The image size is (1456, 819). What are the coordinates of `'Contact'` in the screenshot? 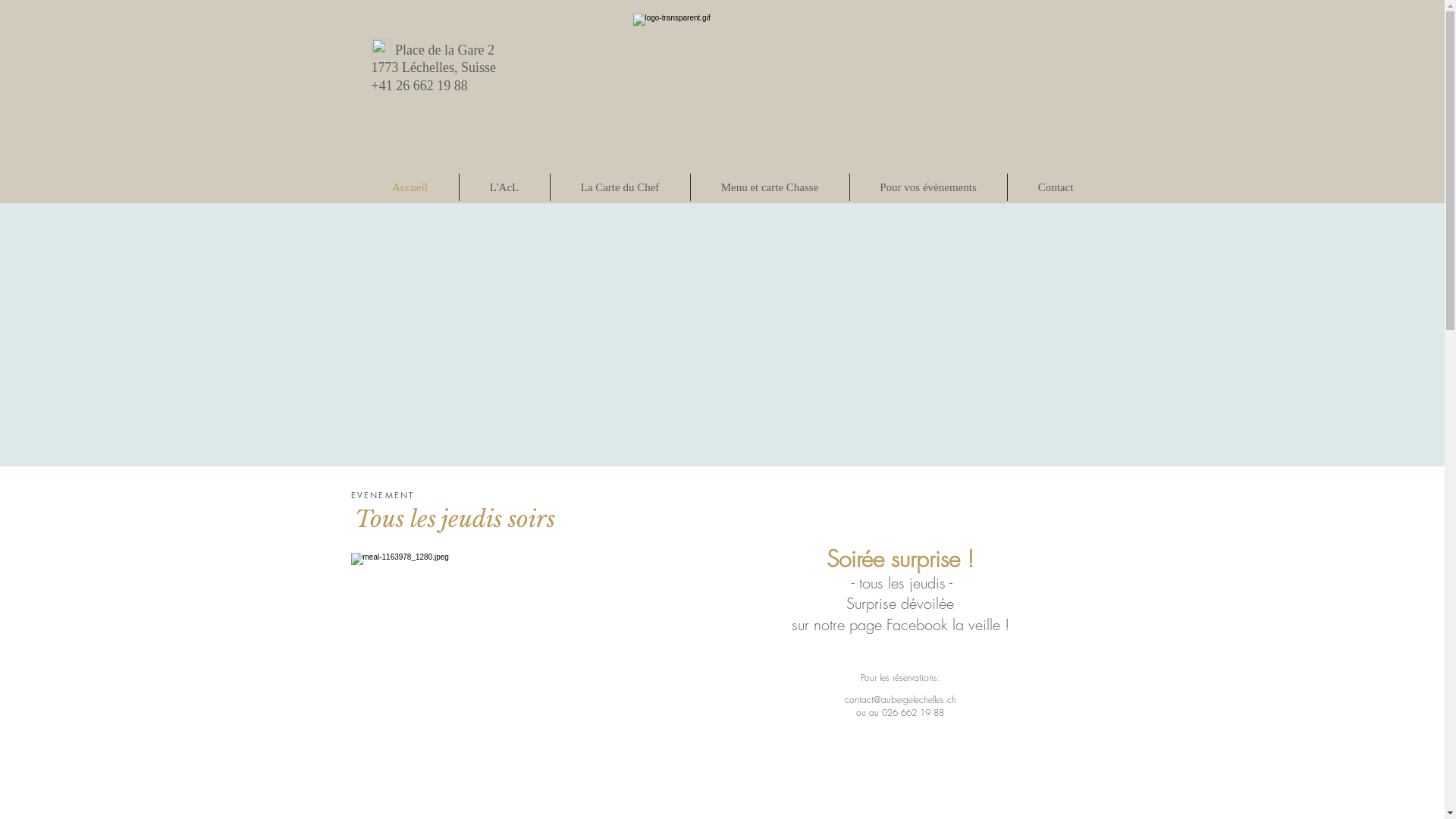 It's located at (1054, 186).